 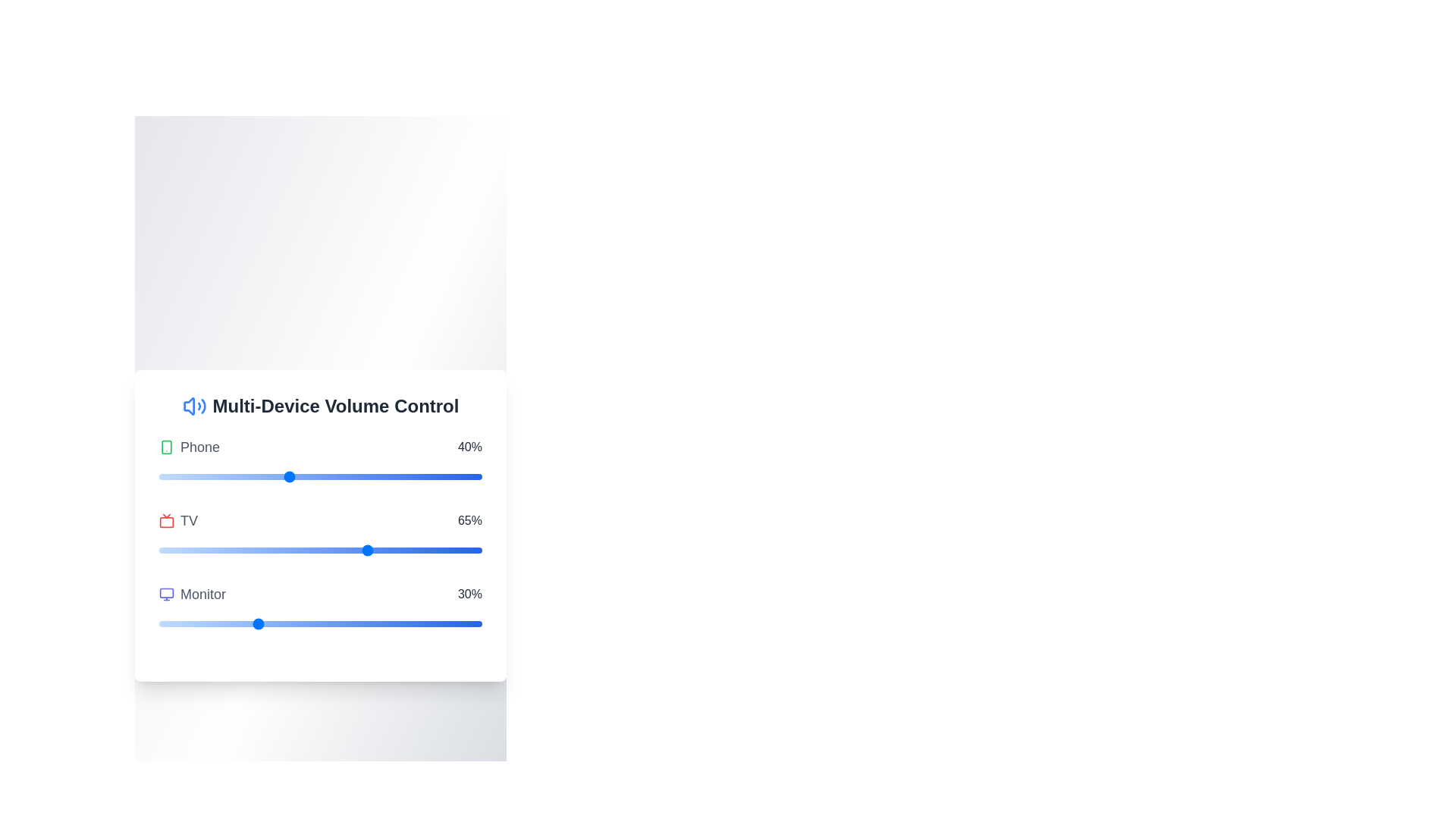 I want to click on the volume slider, so click(x=459, y=475).